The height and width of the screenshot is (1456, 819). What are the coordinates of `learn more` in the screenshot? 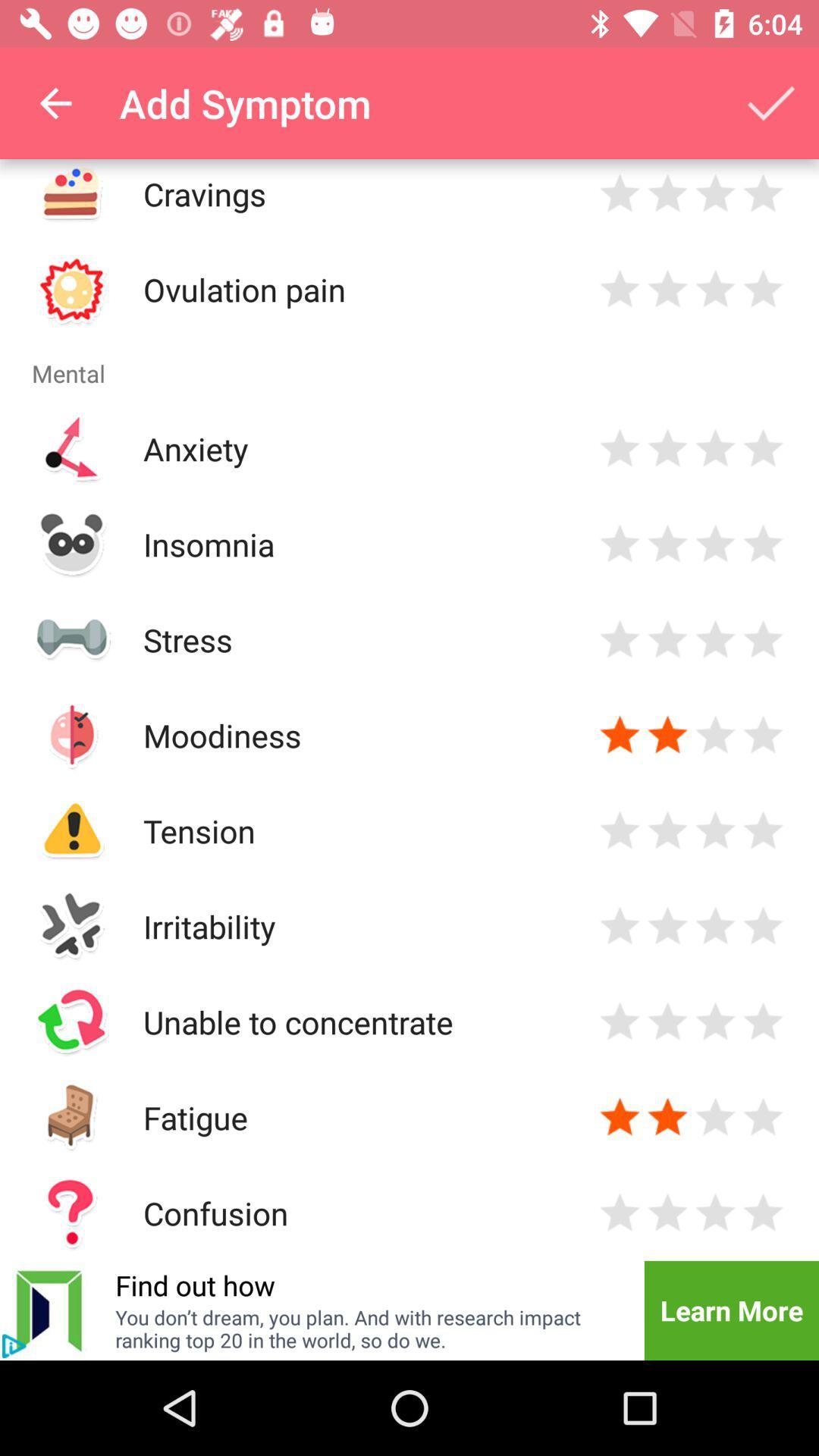 It's located at (730, 1310).